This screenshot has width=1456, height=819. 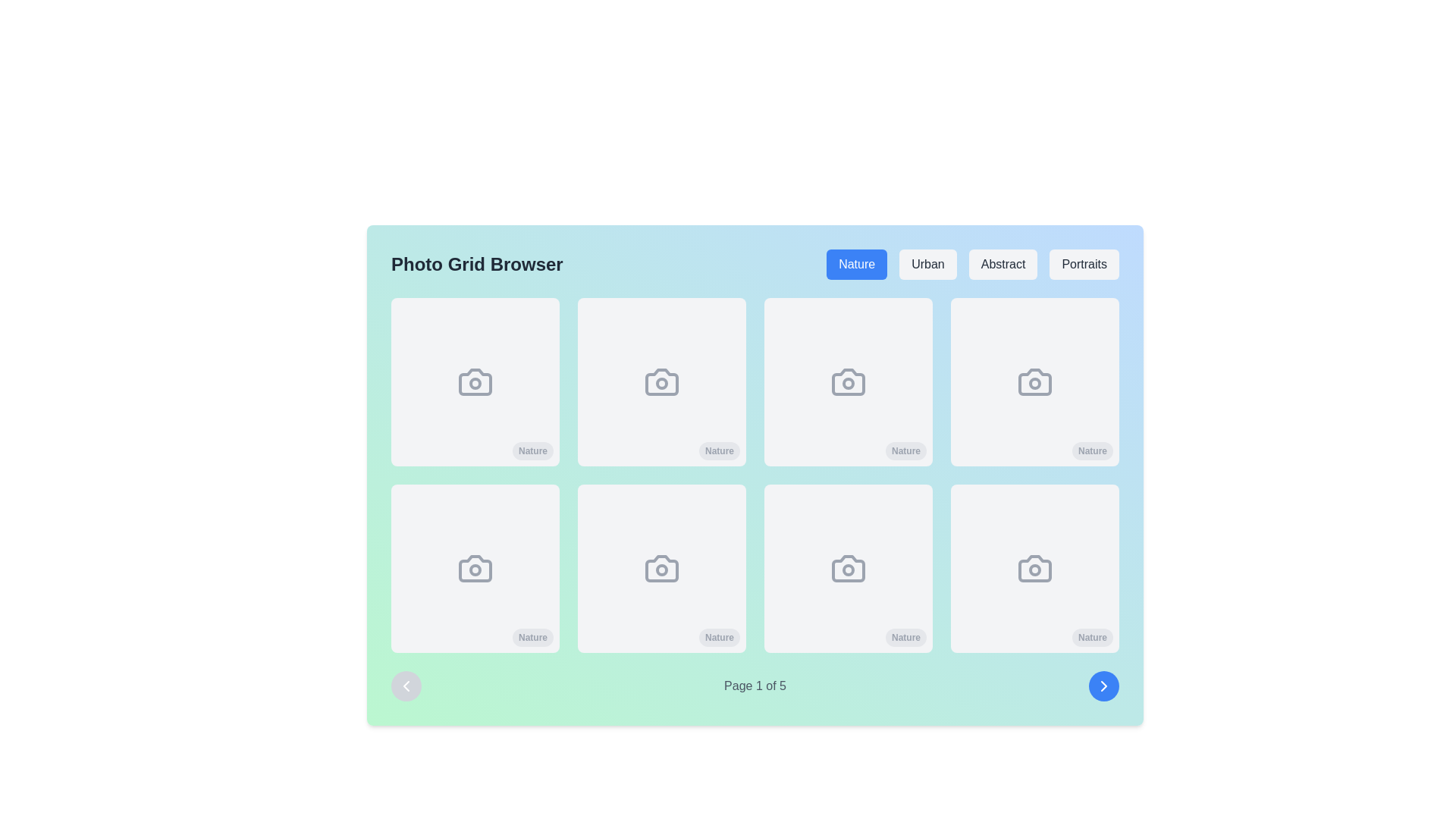 What do you see at coordinates (475, 381) in the screenshot?
I see `the stylized camera icon, which is located on the first position in the second row of a 3x3 grid layout, centered on its respective white card` at bounding box center [475, 381].